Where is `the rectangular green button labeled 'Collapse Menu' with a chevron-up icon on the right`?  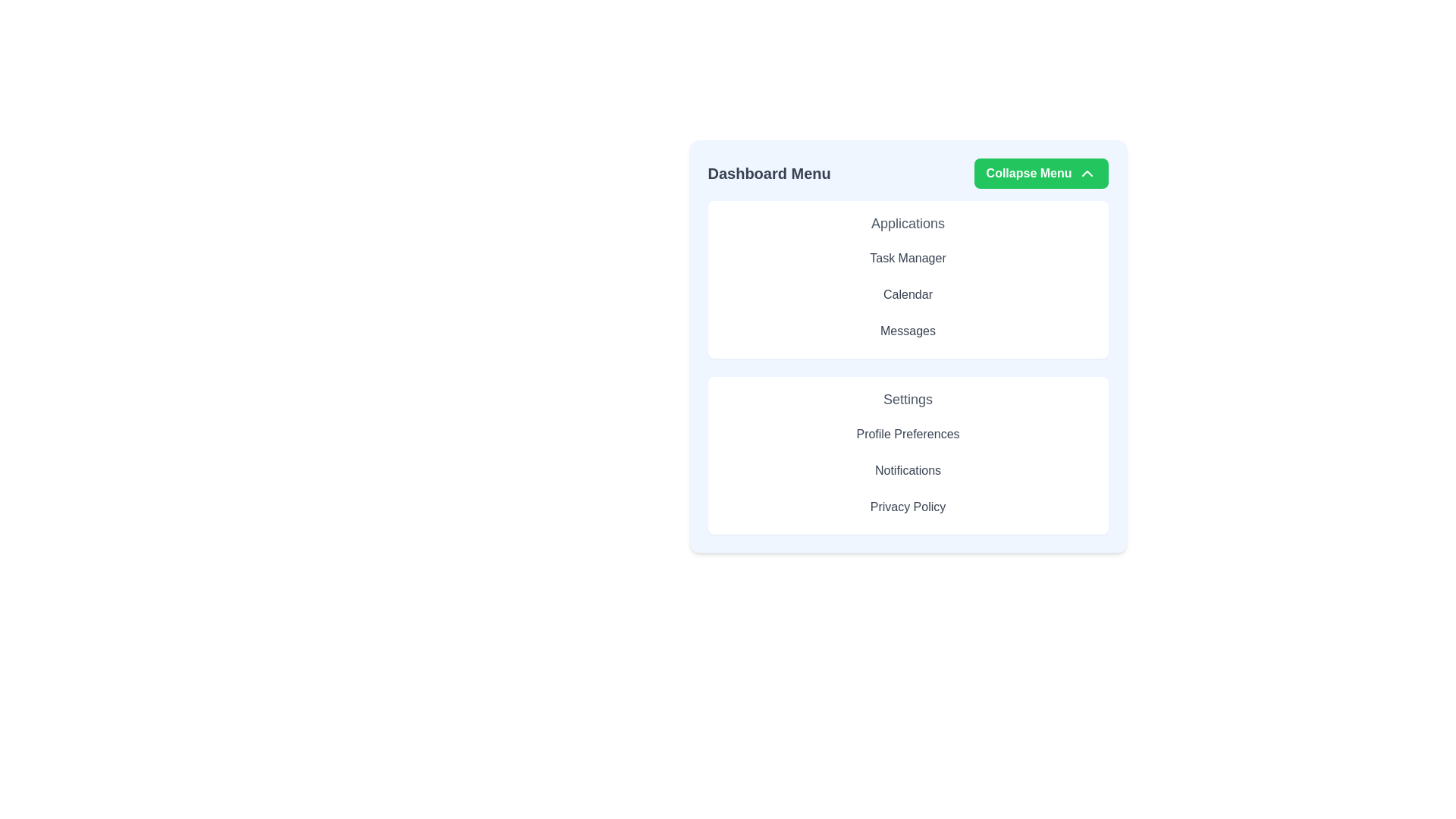
the rectangular green button labeled 'Collapse Menu' with a chevron-up icon on the right is located at coordinates (1040, 172).